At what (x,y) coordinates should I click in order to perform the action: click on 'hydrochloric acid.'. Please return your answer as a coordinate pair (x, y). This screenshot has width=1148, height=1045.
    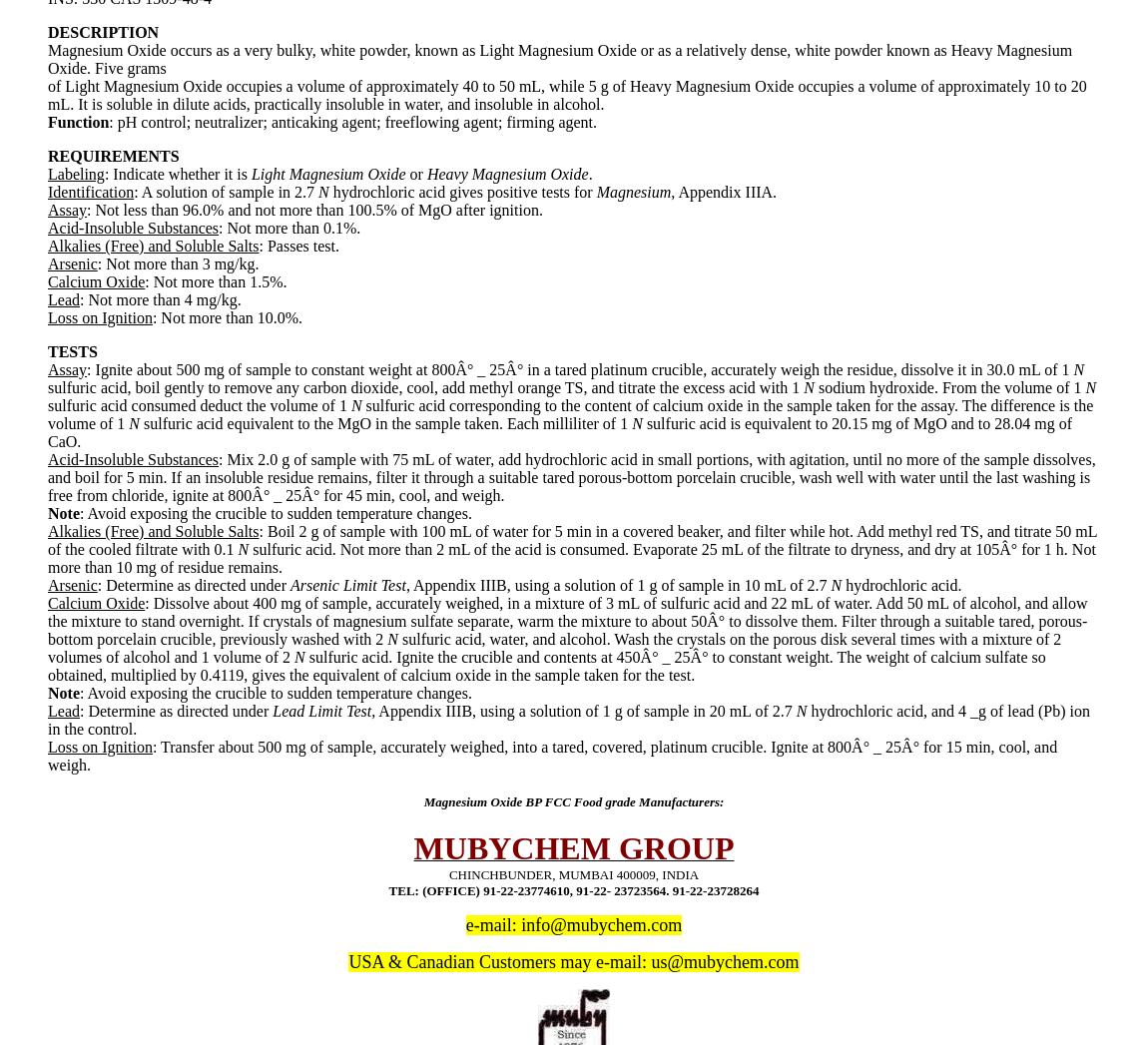
    Looking at the image, I should click on (844, 583).